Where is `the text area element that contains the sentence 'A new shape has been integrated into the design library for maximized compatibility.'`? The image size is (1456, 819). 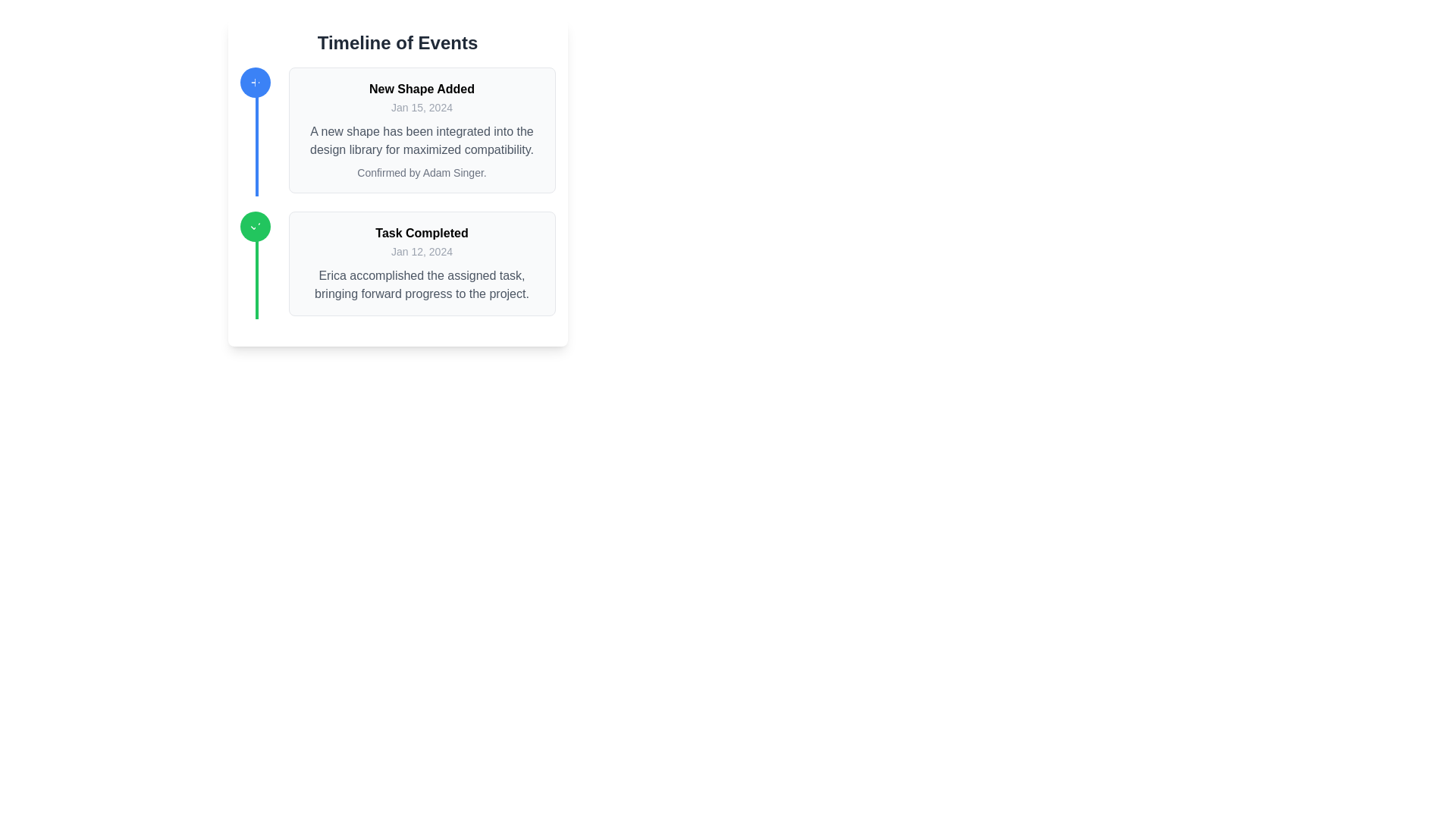 the text area element that contains the sentence 'A new shape has been integrated into the design library for maximized compatibility.' is located at coordinates (422, 140).